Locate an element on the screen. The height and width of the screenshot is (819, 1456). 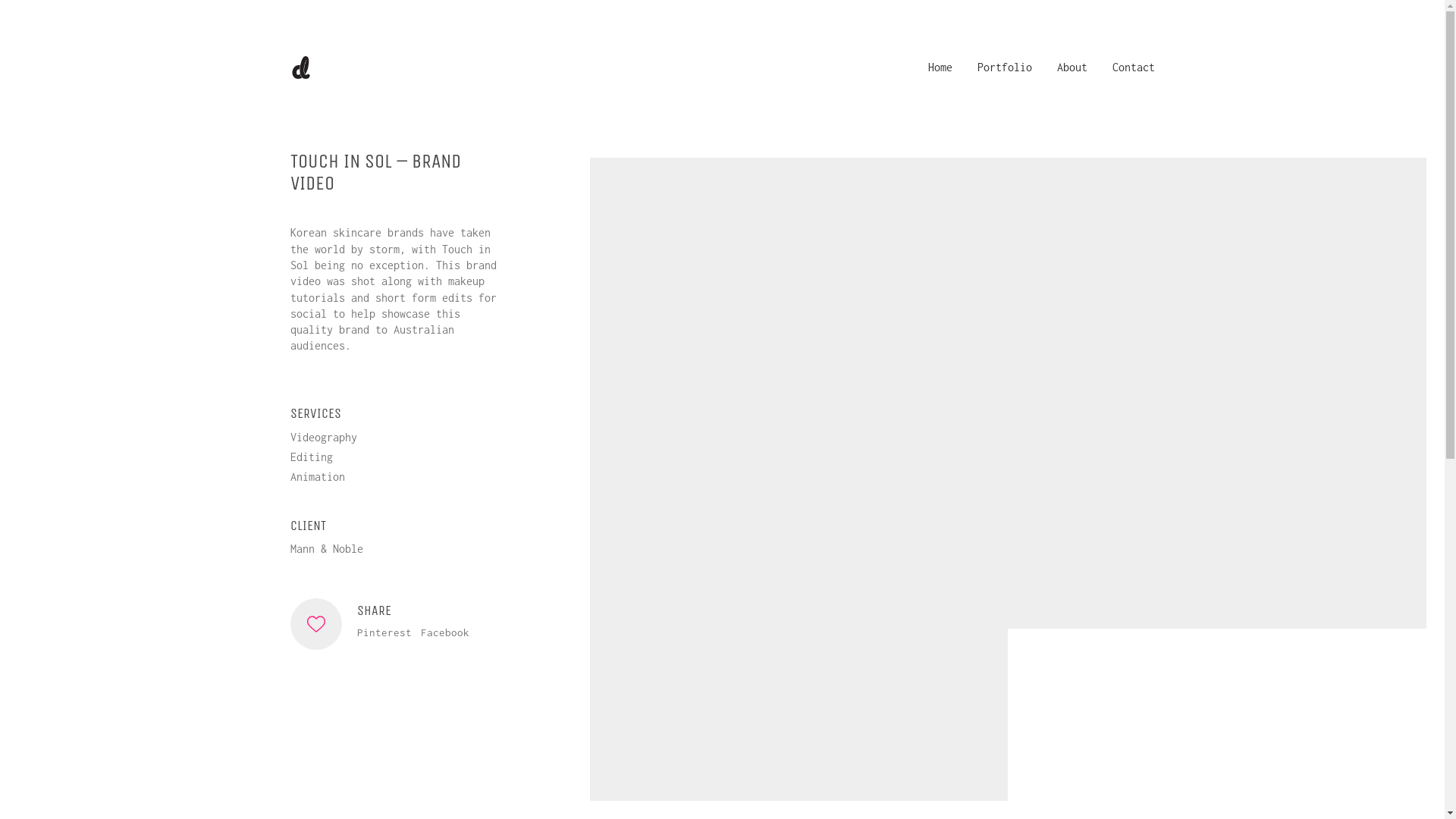
'Pinterest' is located at coordinates (383, 632).